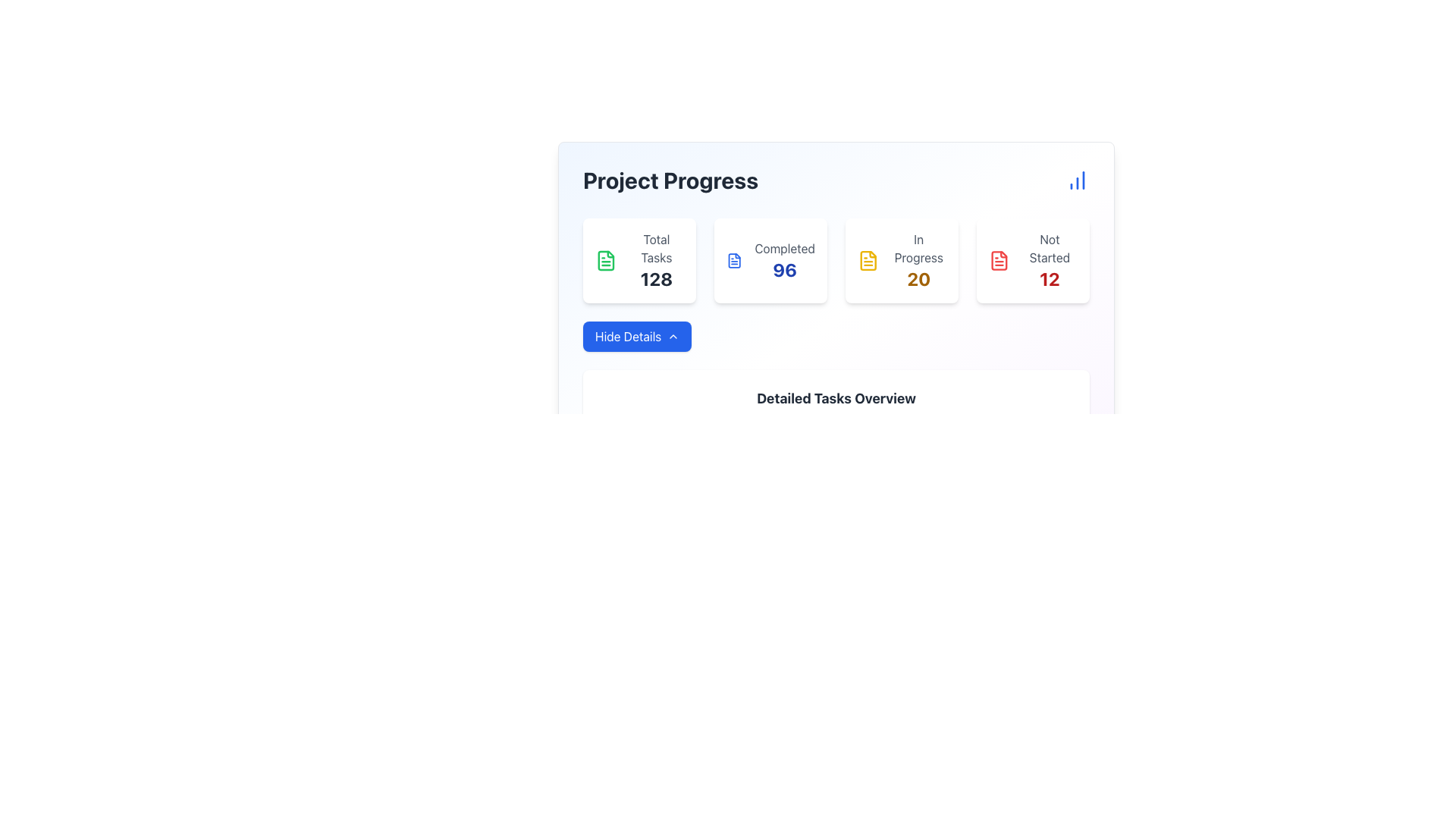 This screenshot has height=819, width=1456. Describe the element at coordinates (785, 259) in the screenshot. I see `text displayed in the Static Text Display showing 'Completed' and the number '96' in the Project Progress section, located at the top-right of the metrics summary` at that location.